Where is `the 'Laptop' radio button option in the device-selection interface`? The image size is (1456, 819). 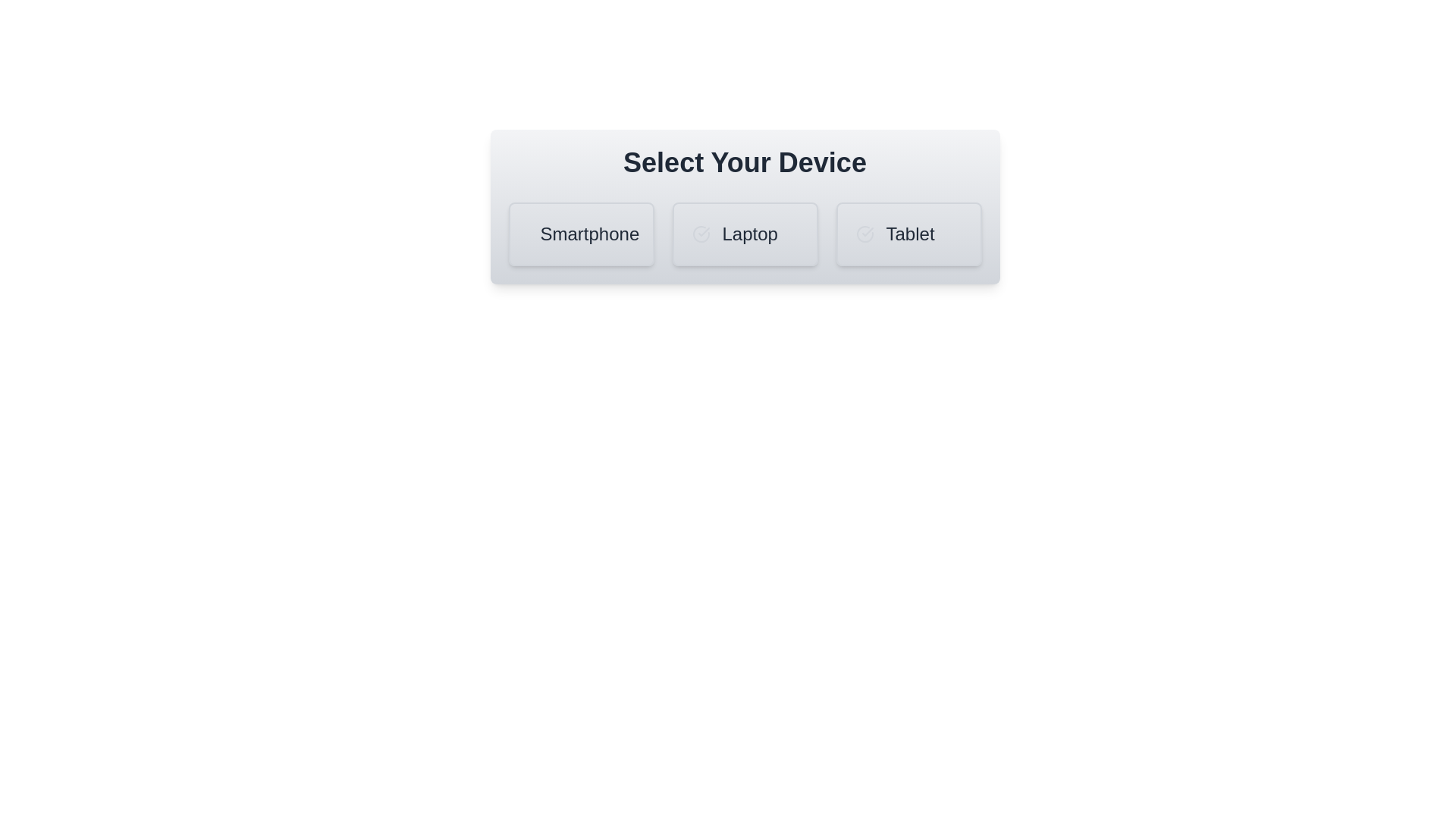 the 'Laptop' radio button option in the device-selection interface is located at coordinates (745, 234).